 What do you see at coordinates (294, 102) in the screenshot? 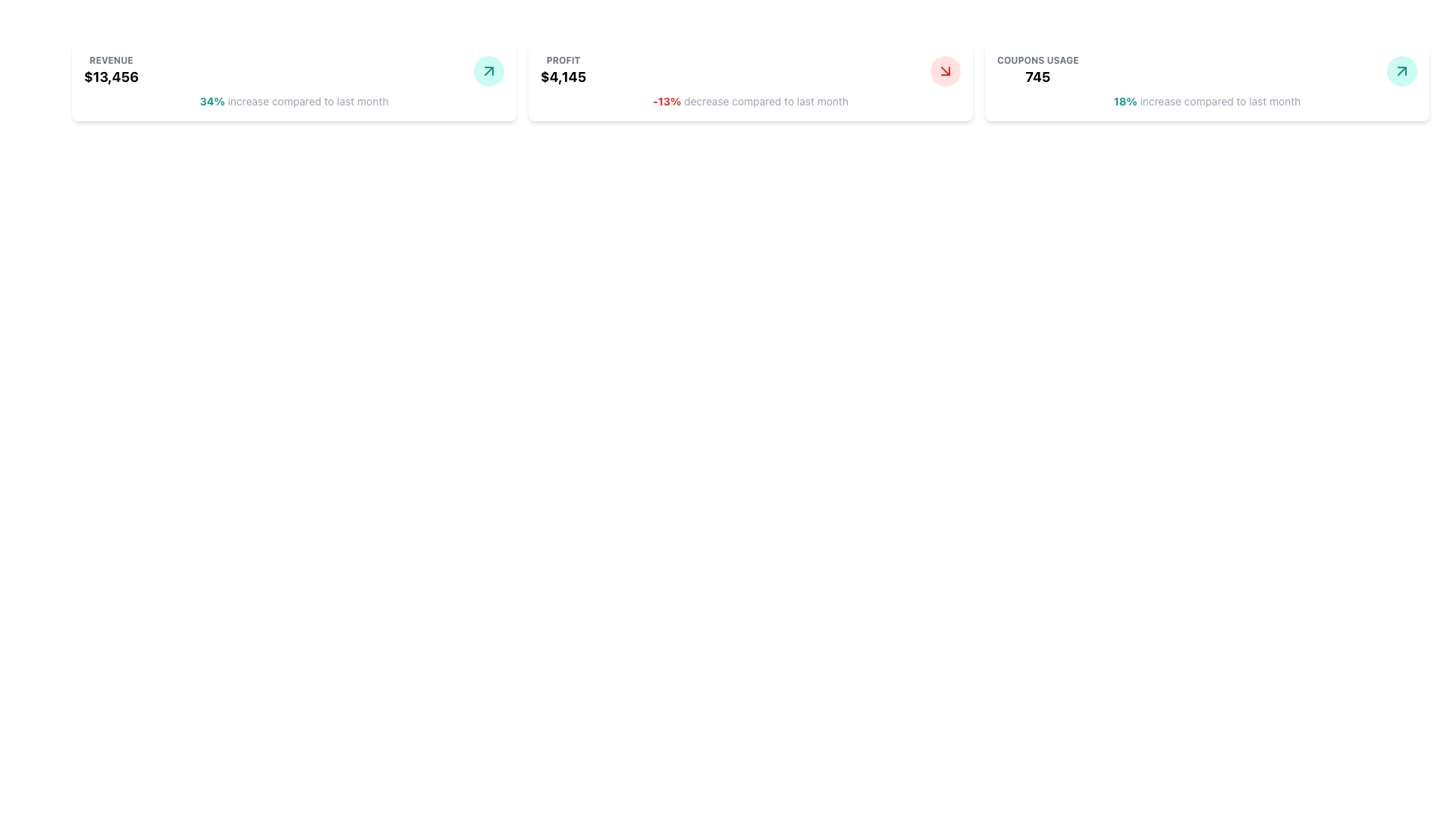
I see `the Text Display showing the comparative statistical metric indicating an increase percentage compared to a prior period, located at the bottom of the rectangular card in the top-left area of the interface` at bounding box center [294, 102].